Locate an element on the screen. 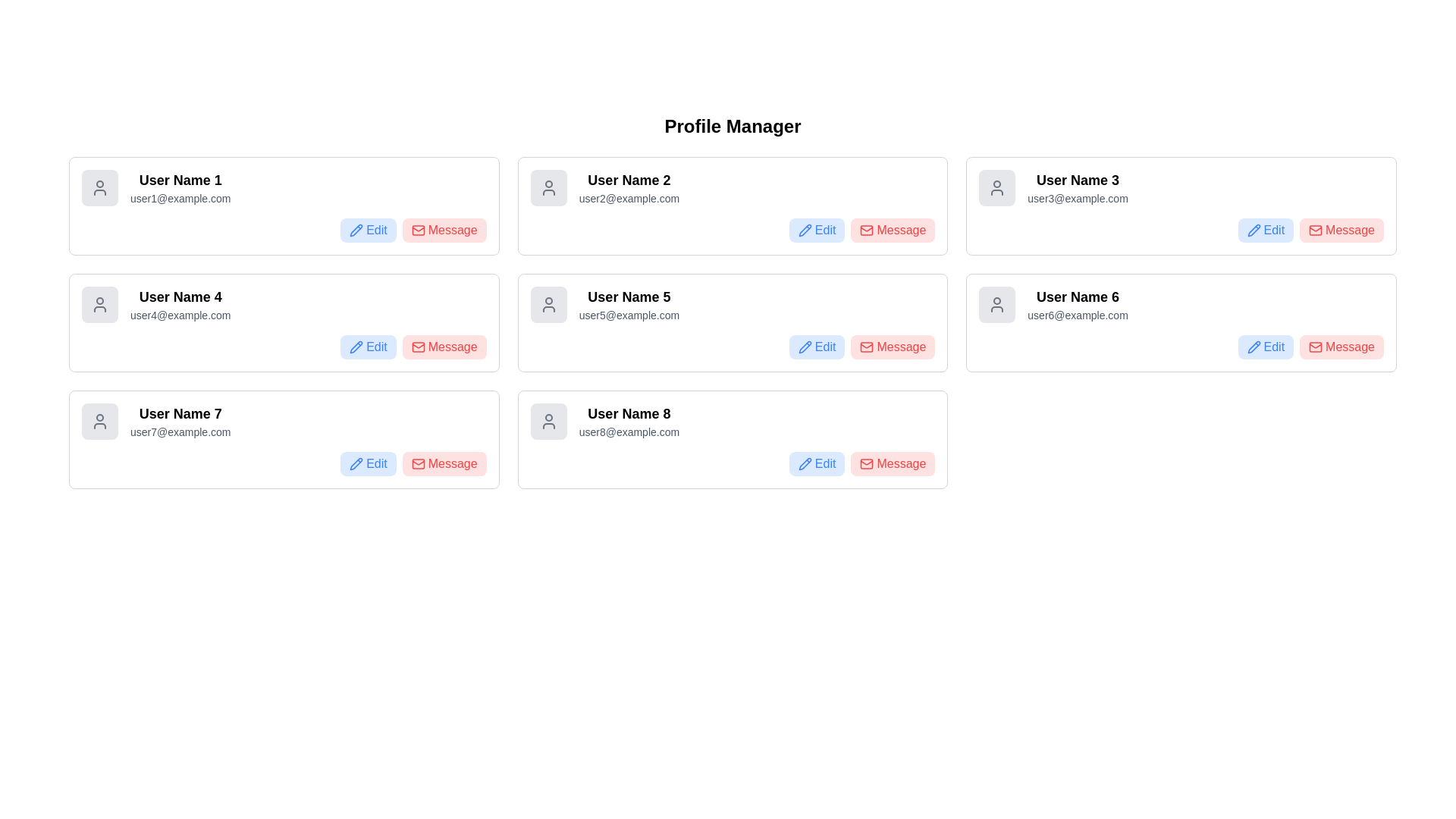 The width and height of the screenshot is (1456, 819). the text label displaying 'User Name 3' which is located at the top of a profile card, positioned above the email address and to the left of action buttons is located at coordinates (1077, 180).